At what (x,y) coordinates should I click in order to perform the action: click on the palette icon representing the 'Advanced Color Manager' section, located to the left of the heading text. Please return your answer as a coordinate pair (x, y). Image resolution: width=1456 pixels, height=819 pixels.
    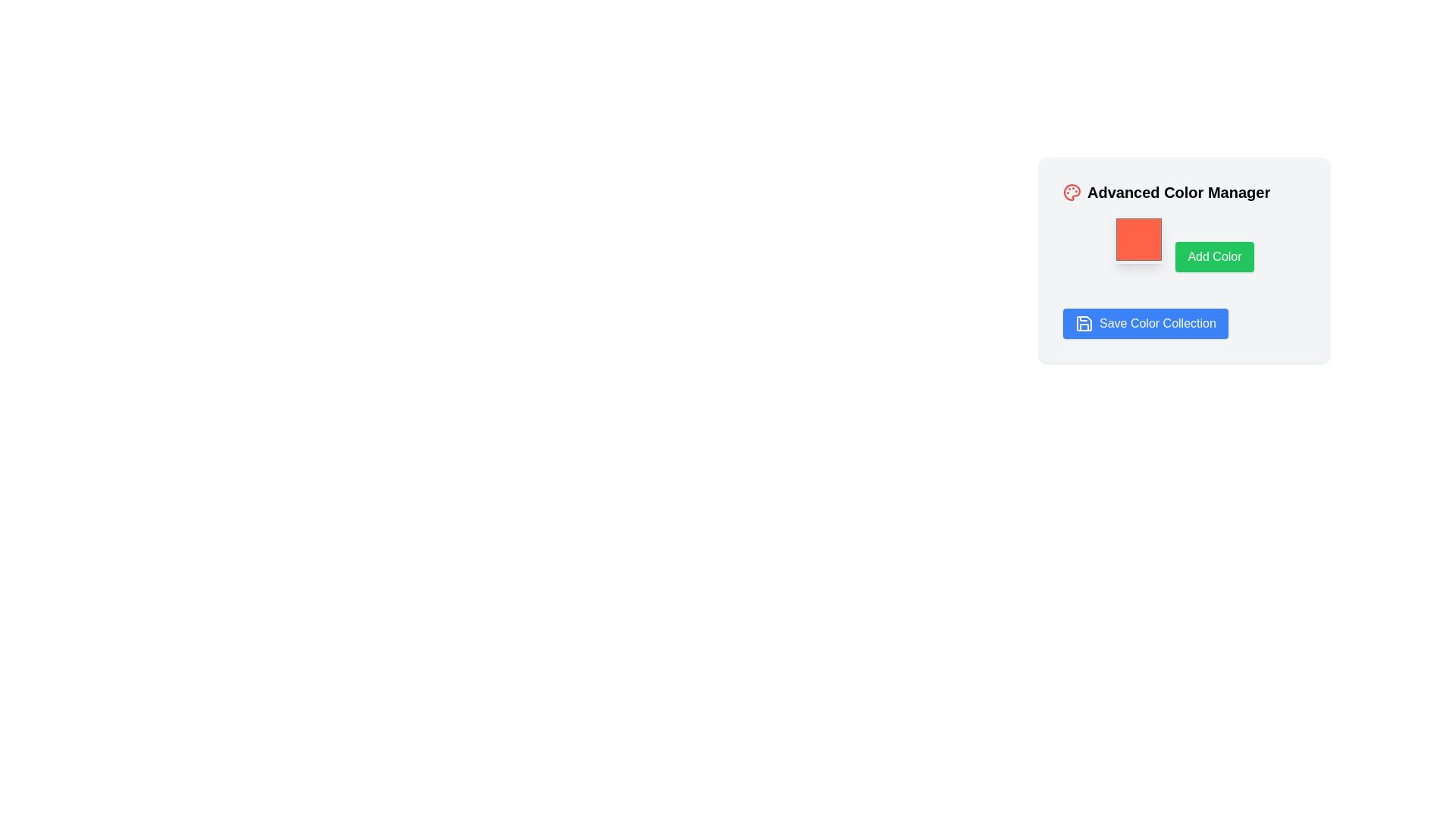
    Looking at the image, I should click on (1072, 192).